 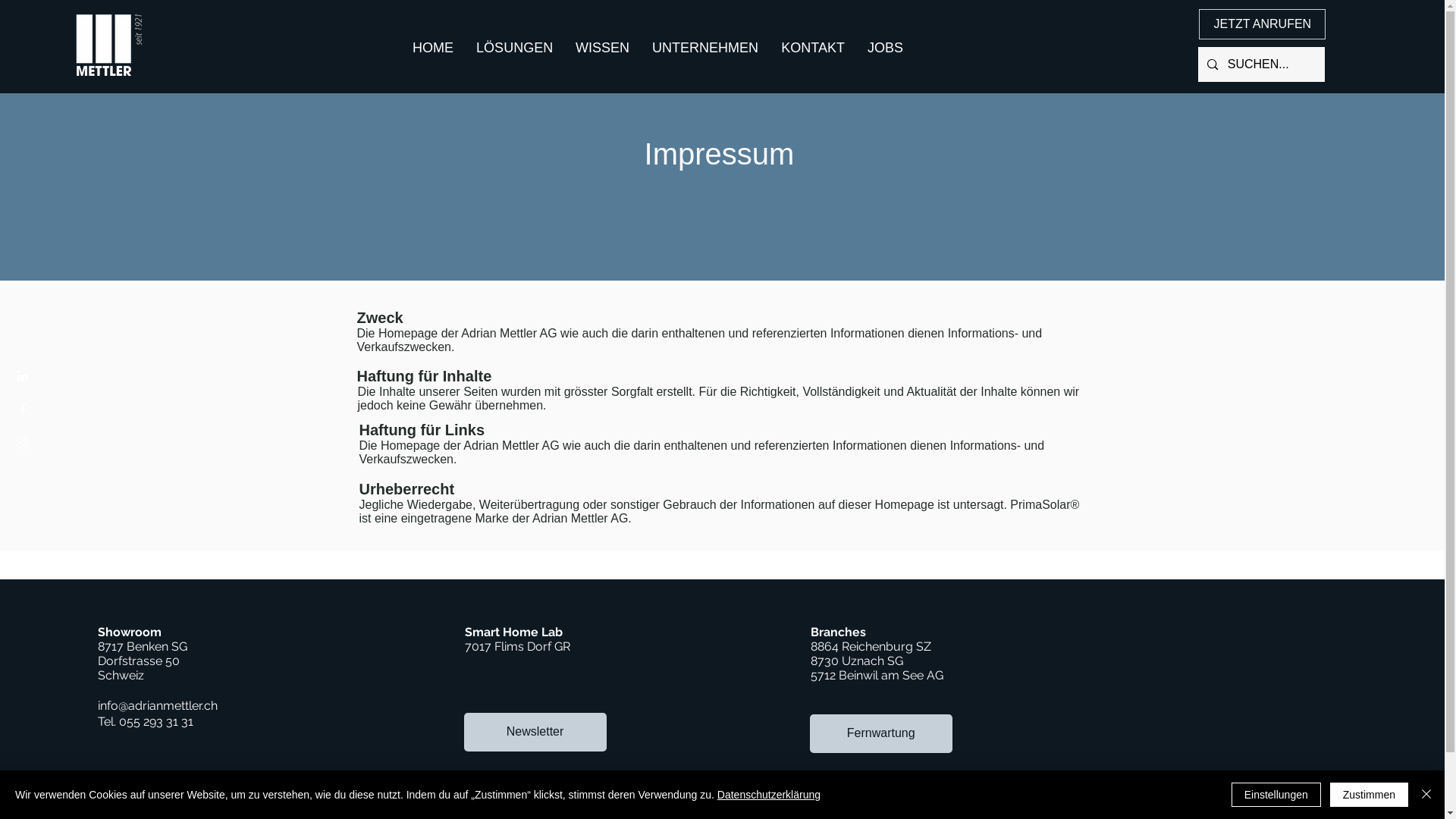 What do you see at coordinates (1369, 794) in the screenshot?
I see `'Zustimmen'` at bounding box center [1369, 794].